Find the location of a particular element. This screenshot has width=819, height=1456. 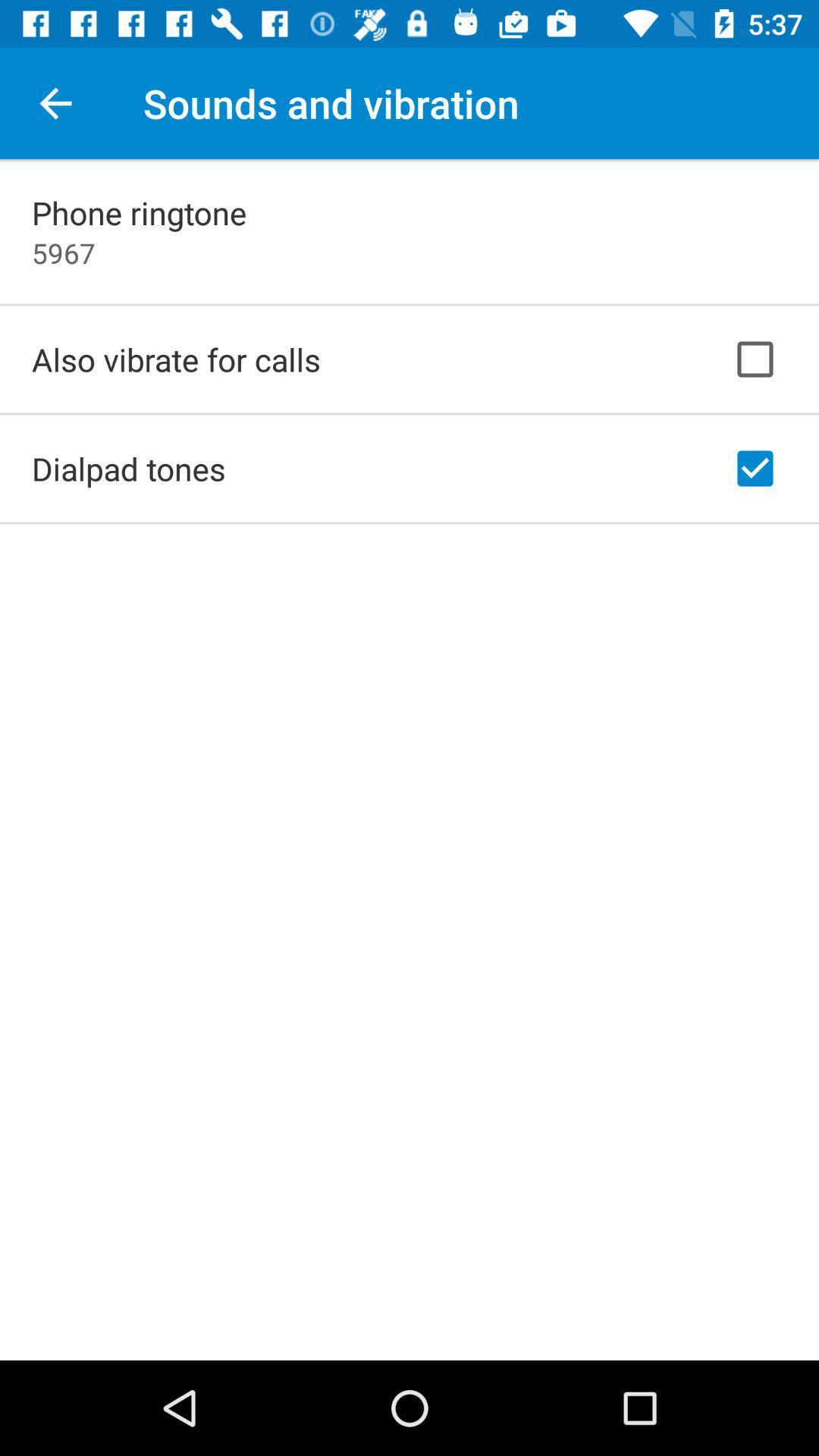

the 5967 item is located at coordinates (63, 253).